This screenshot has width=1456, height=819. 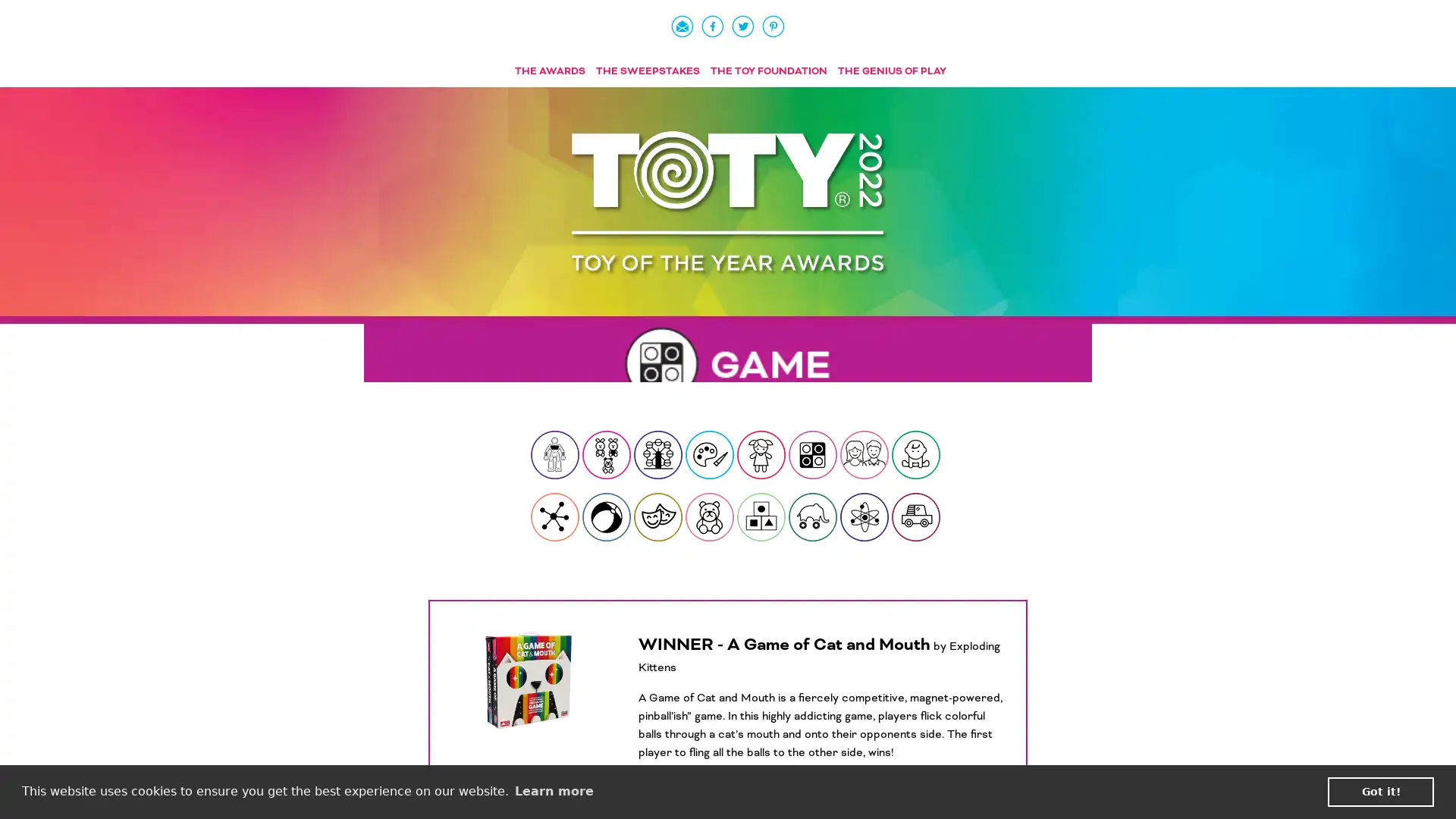 What do you see at coordinates (554, 516) in the screenshot?
I see `Submit` at bounding box center [554, 516].